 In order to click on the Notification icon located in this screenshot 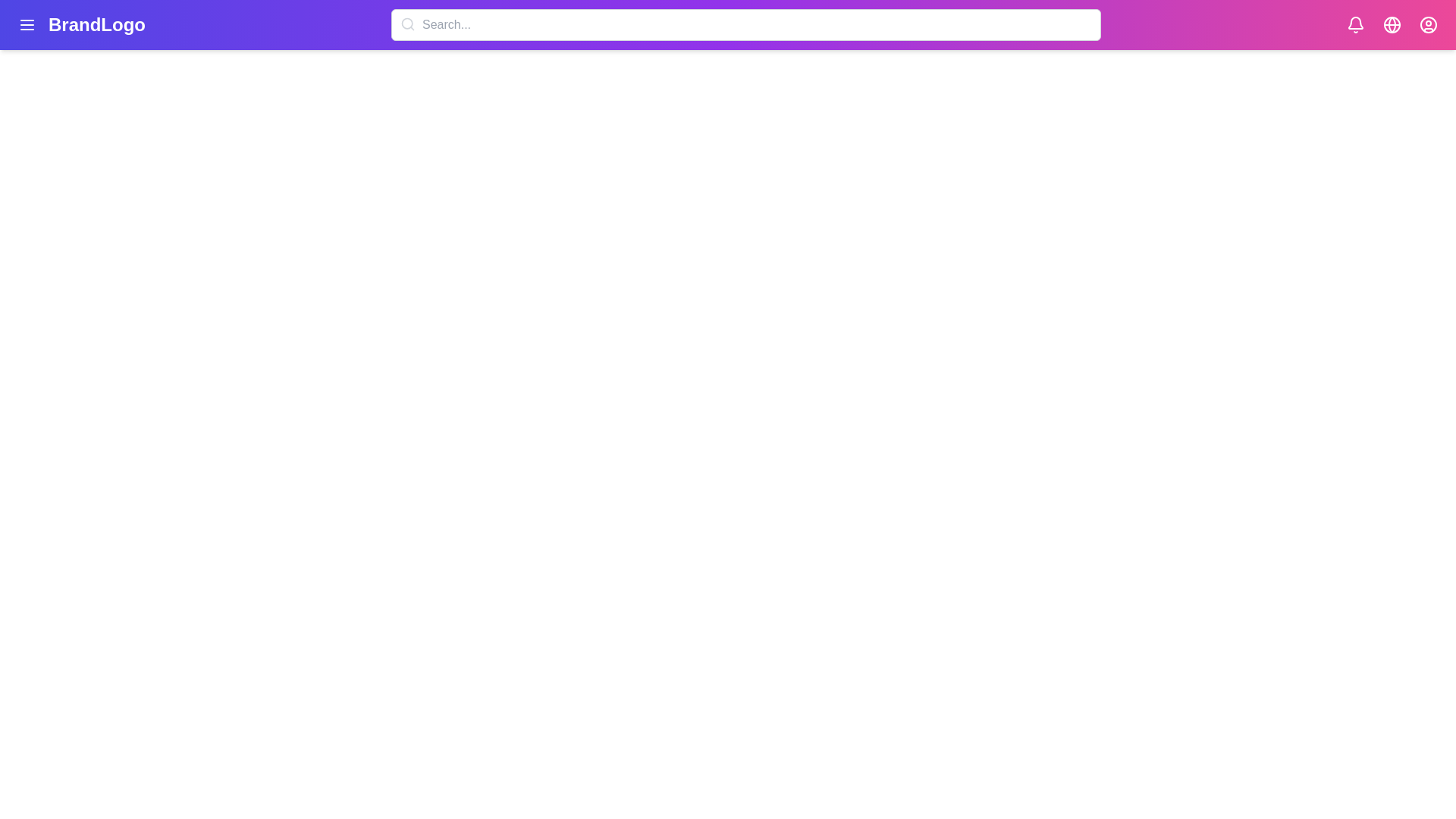, I will do `click(1354, 23)`.